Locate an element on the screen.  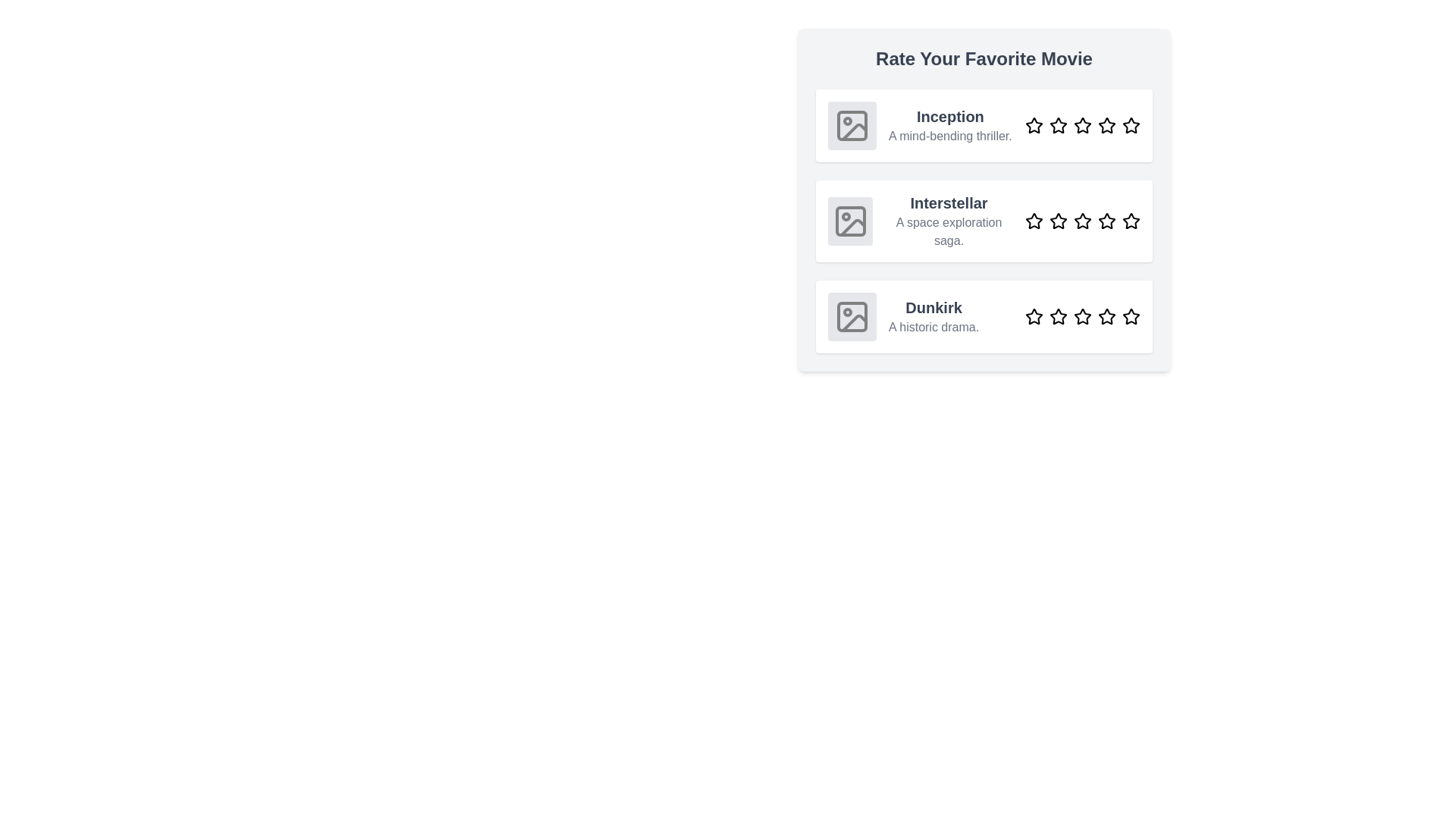
the bold, dark gray text label 'Inception' that is prominently displayed at the top of the movie titles list is located at coordinates (949, 116).